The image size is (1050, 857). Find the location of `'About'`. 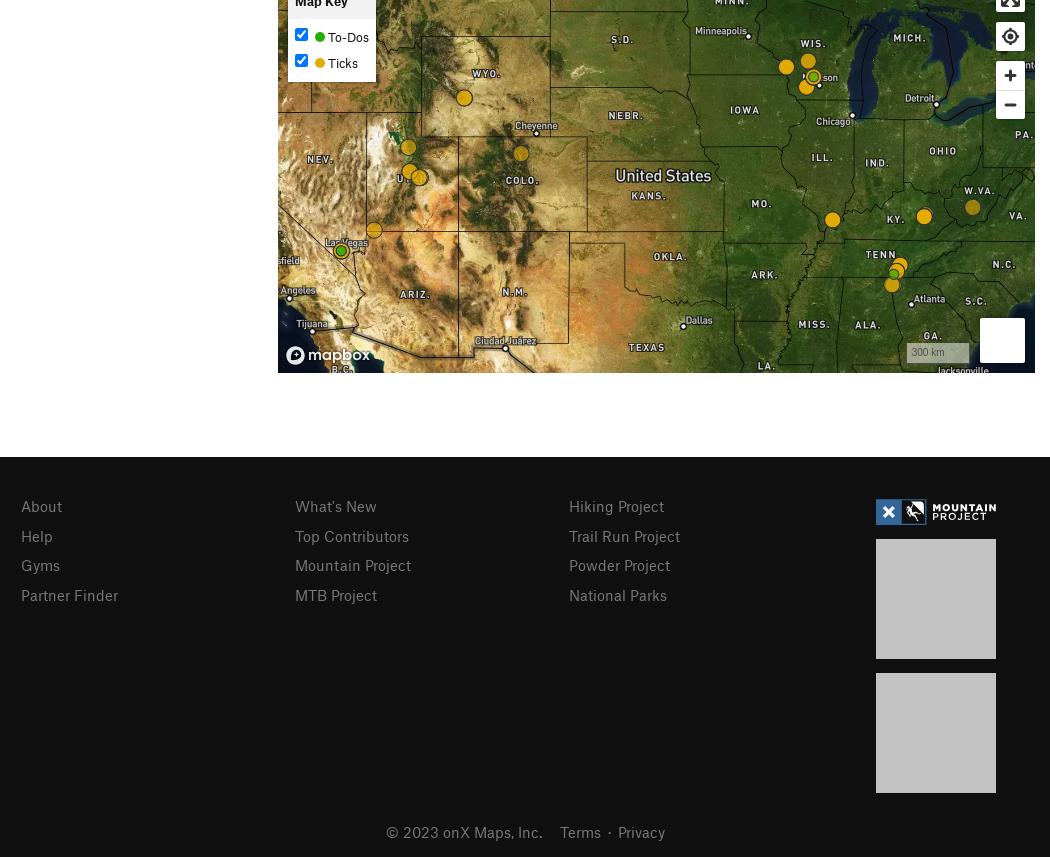

'About' is located at coordinates (40, 505).